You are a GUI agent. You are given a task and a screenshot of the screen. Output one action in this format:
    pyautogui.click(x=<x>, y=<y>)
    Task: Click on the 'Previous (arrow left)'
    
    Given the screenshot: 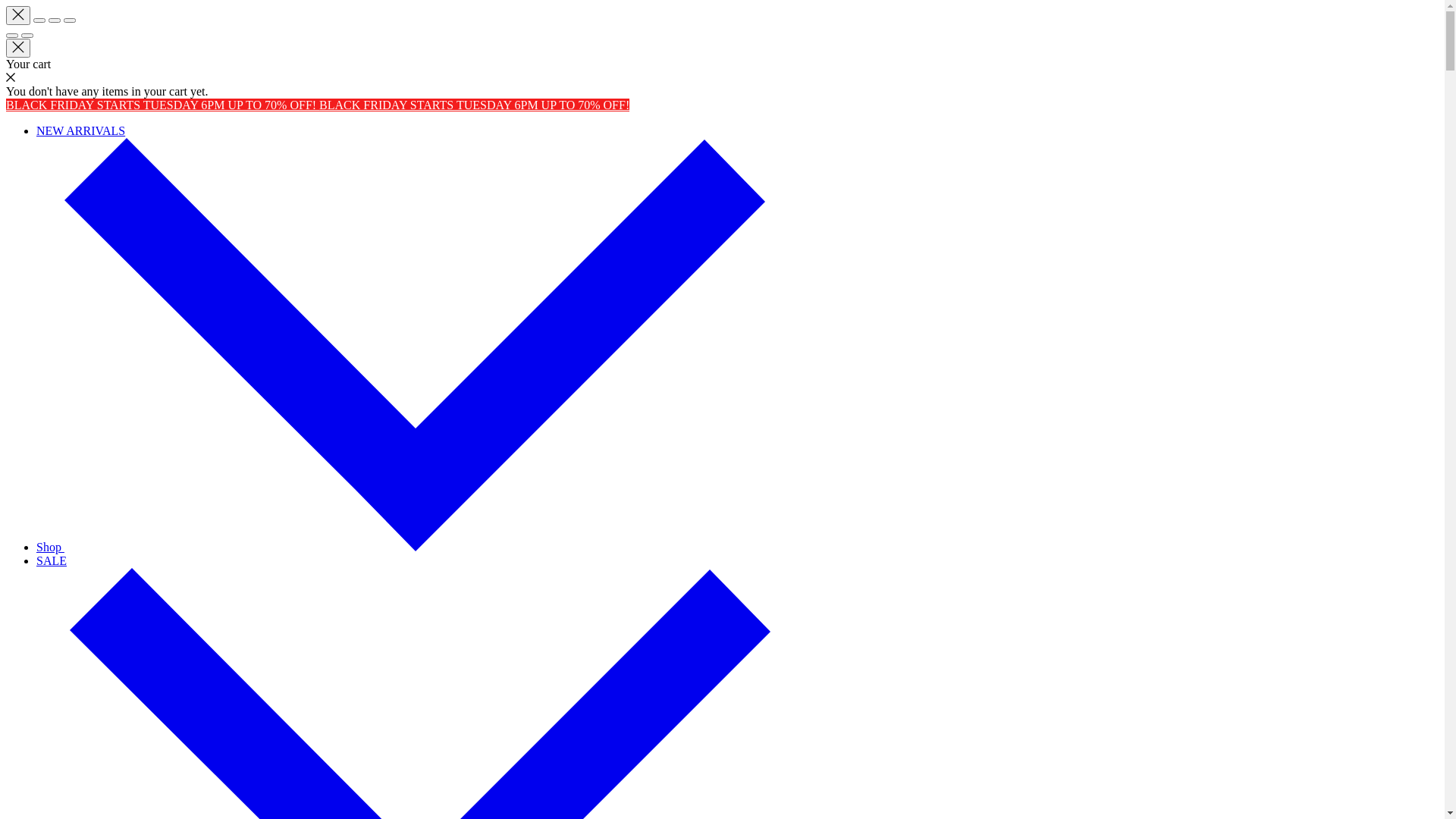 What is the action you would take?
    pyautogui.click(x=11, y=34)
    